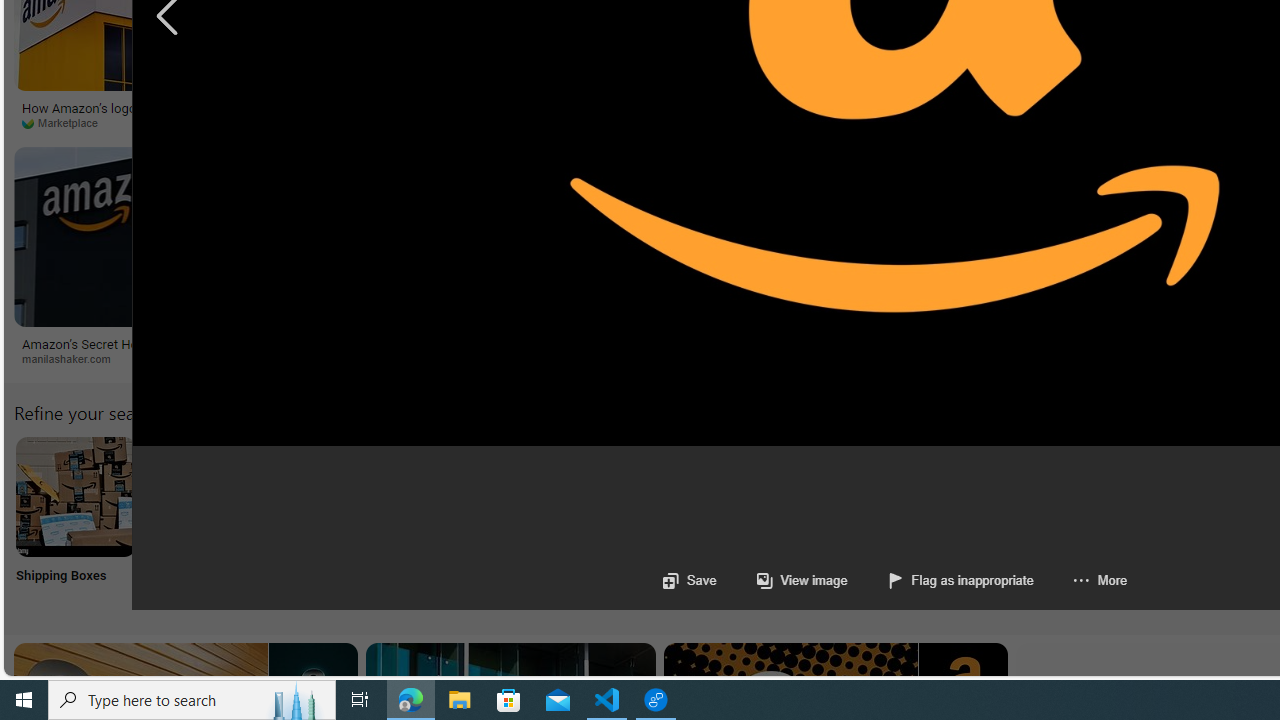 This screenshot has height=720, width=1280. Describe the element at coordinates (75, 521) in the screenshot. I see `'Amazon Shipping Boxes Shipping Boxes'` at that location.